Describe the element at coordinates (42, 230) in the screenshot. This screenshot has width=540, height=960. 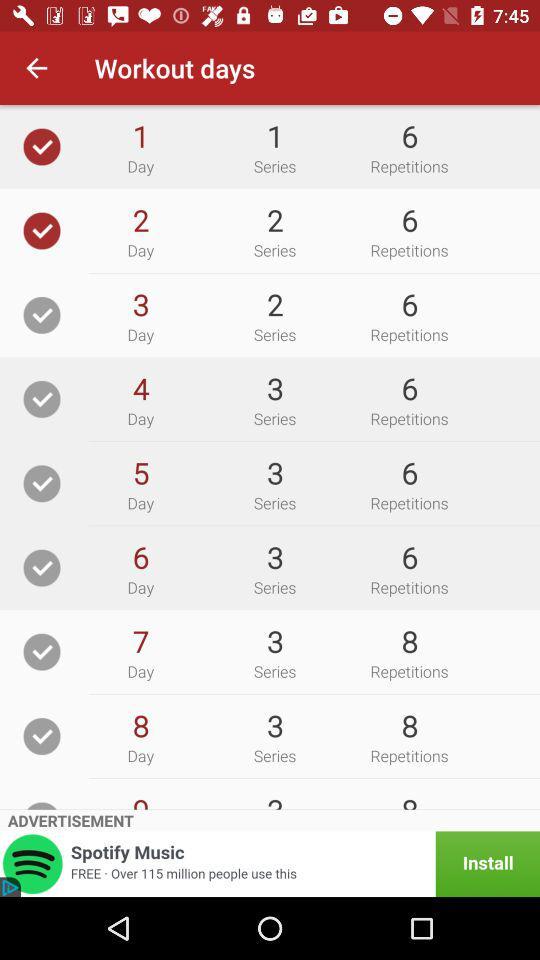
I see `selected box` at that location.